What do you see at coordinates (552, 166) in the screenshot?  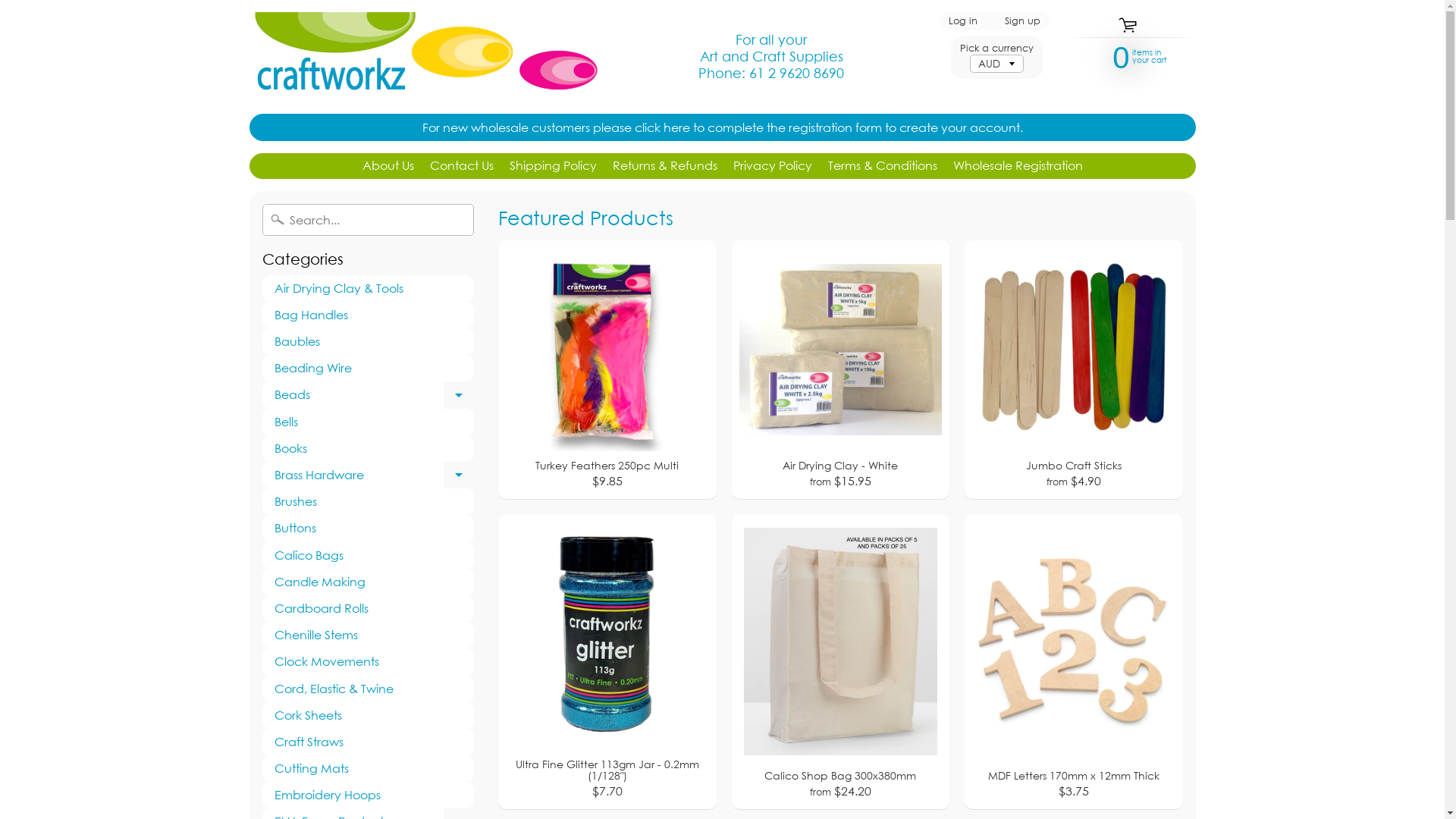 I see `'Shipping Policy'` at bounding box center [552, 166].